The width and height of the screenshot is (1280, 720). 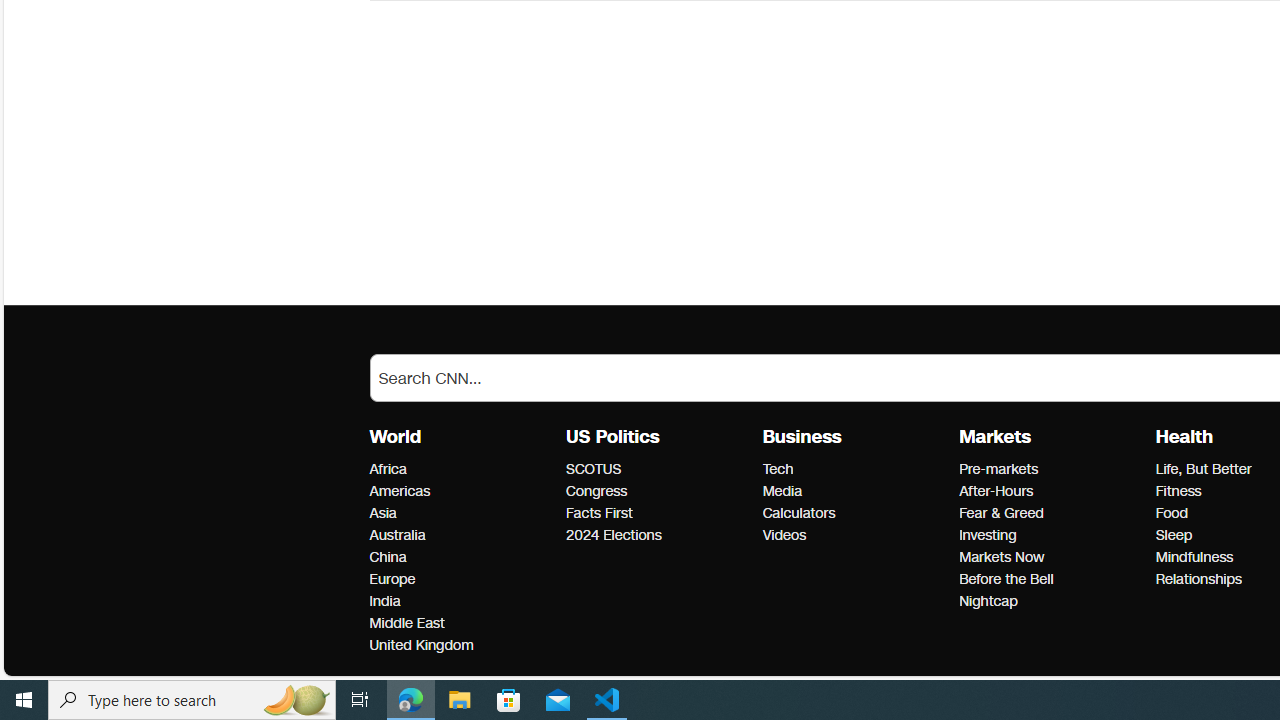 I want to click on 'SCOTUS', so click(x=658, y=469).